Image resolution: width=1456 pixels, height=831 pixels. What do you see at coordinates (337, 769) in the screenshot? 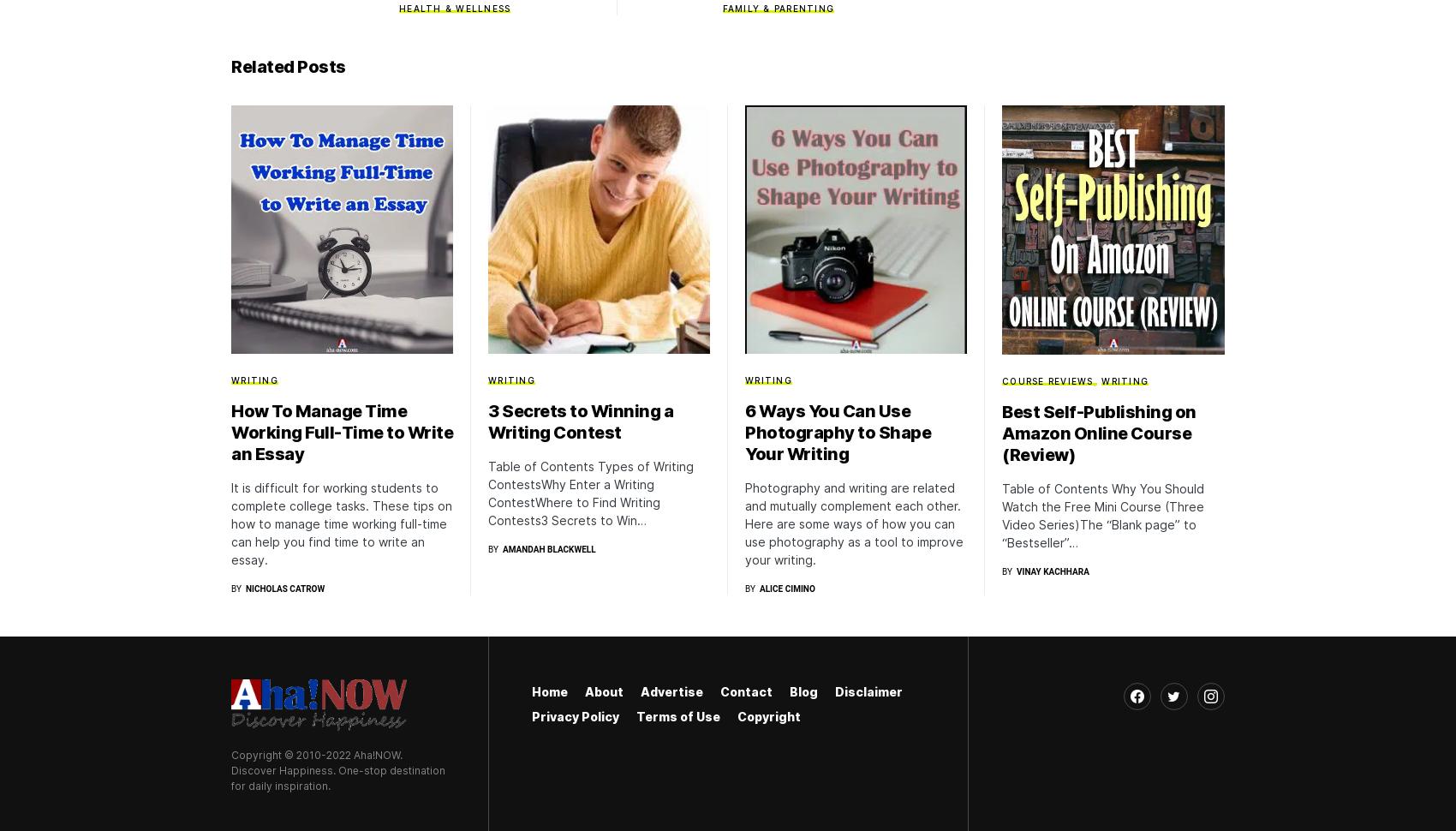
I see `'Copyright © 2010-2022 Aha!NOW. Discover Happiness. One-stop destination for daily inspiration.'` at bounding box center [337, 769].